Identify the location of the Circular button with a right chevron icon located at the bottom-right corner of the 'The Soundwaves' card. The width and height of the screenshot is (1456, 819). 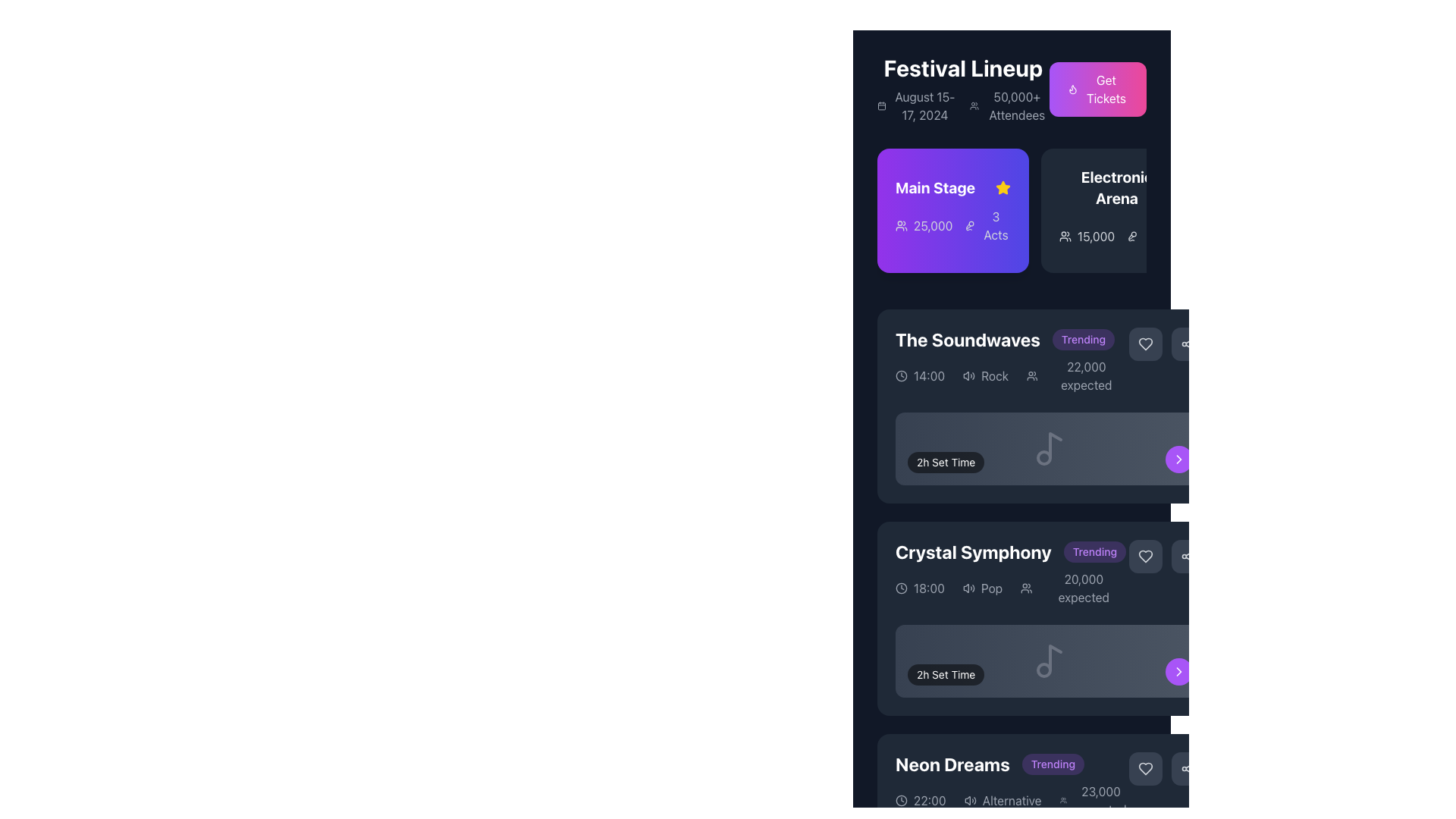
(1178, 458).